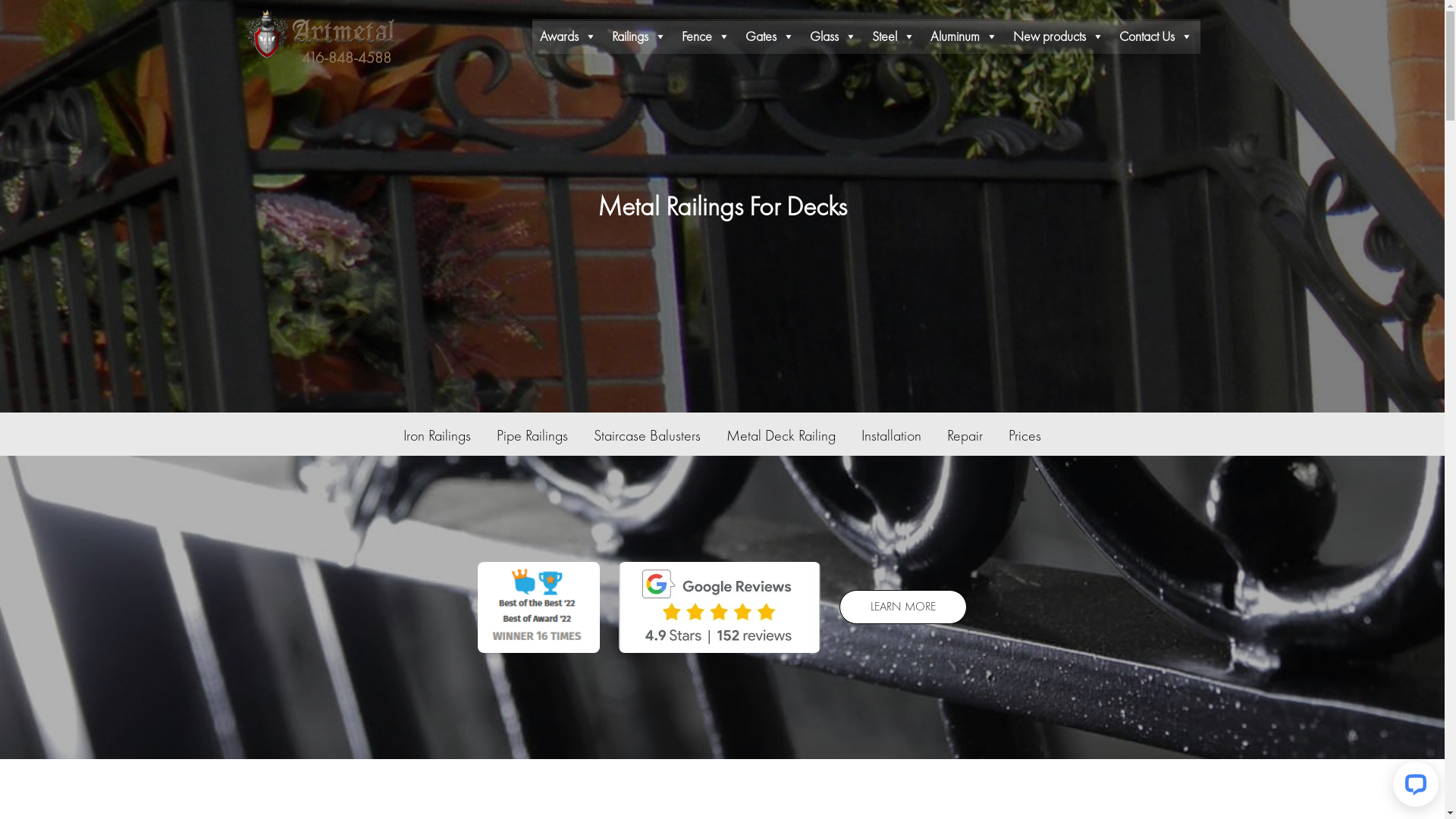  What do you see at coordinates (1058, 35) in the screenshot?
I see `'New products'` at bounding box center [1058, 35].